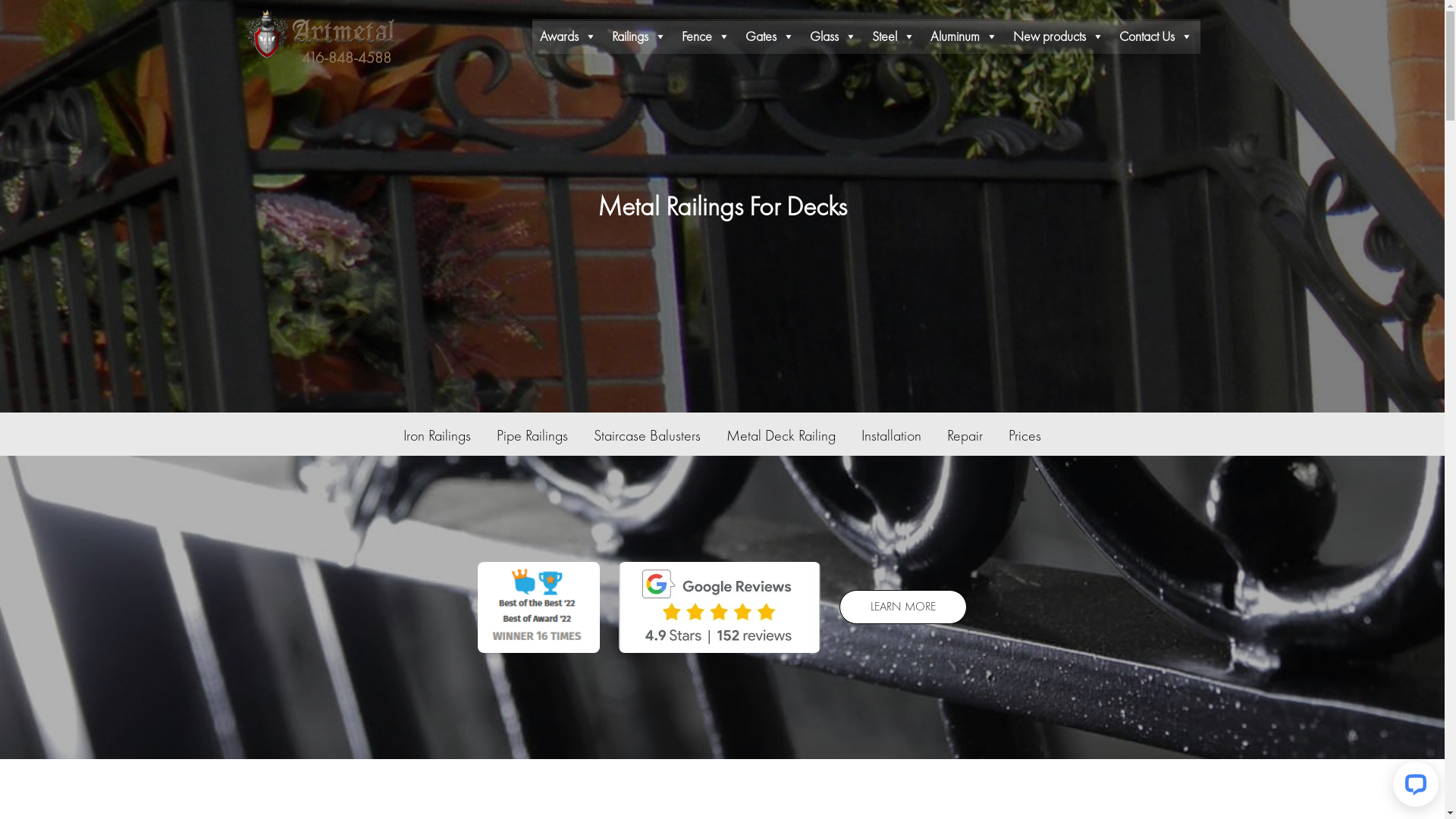  What do you see at coordinates (1058, 35) in the screenshot?
I see `'New products'` at bounding box center [1058, 35].